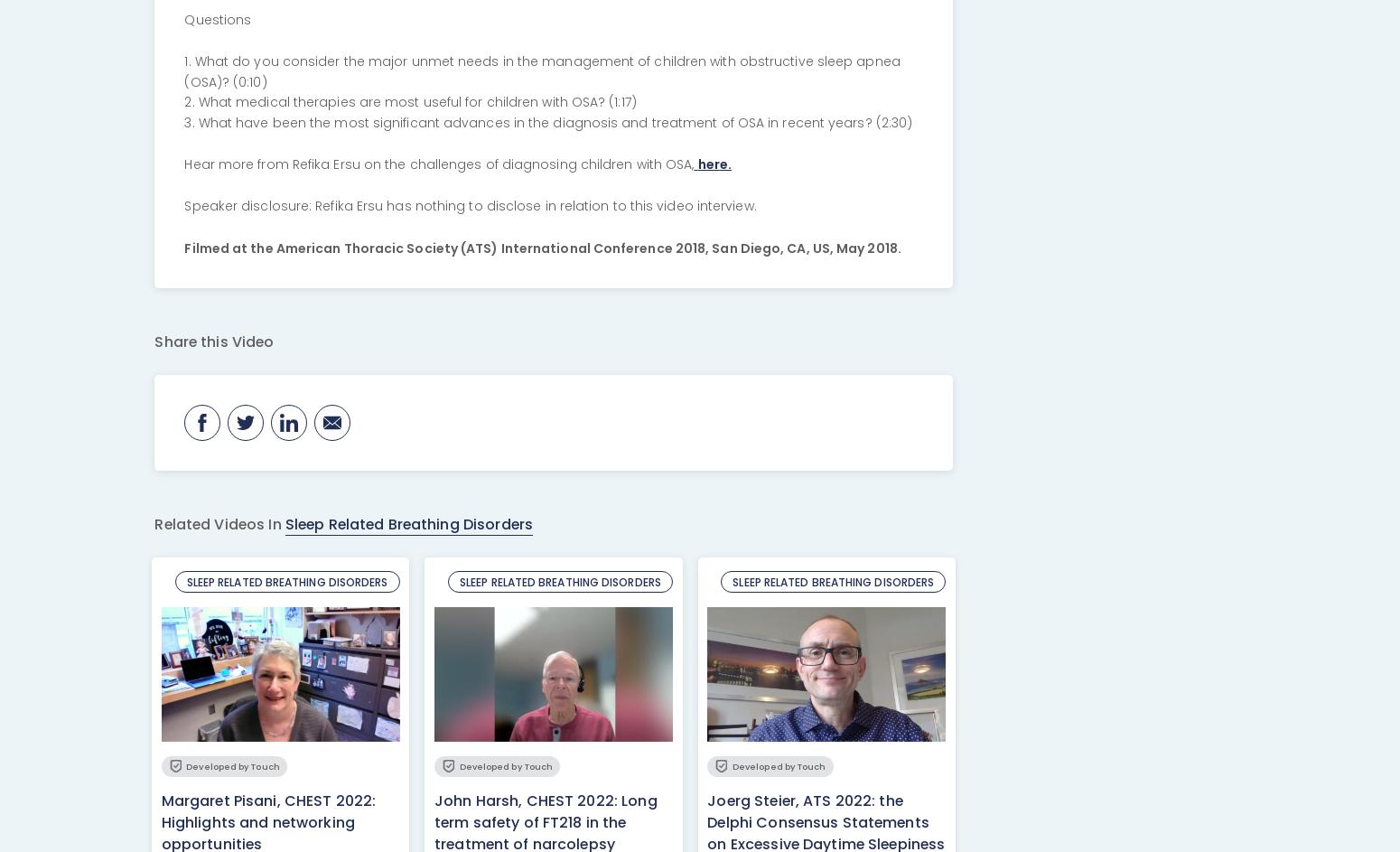 The height and width of the screenshot is (852, 1400). Describe the element at coordinates (542, 247) in the screenshot. I see `'Filmed at the American Thoracic Society (ATS) International Conference 2018, San Diego, CA, US, May 2018.'` at that location.